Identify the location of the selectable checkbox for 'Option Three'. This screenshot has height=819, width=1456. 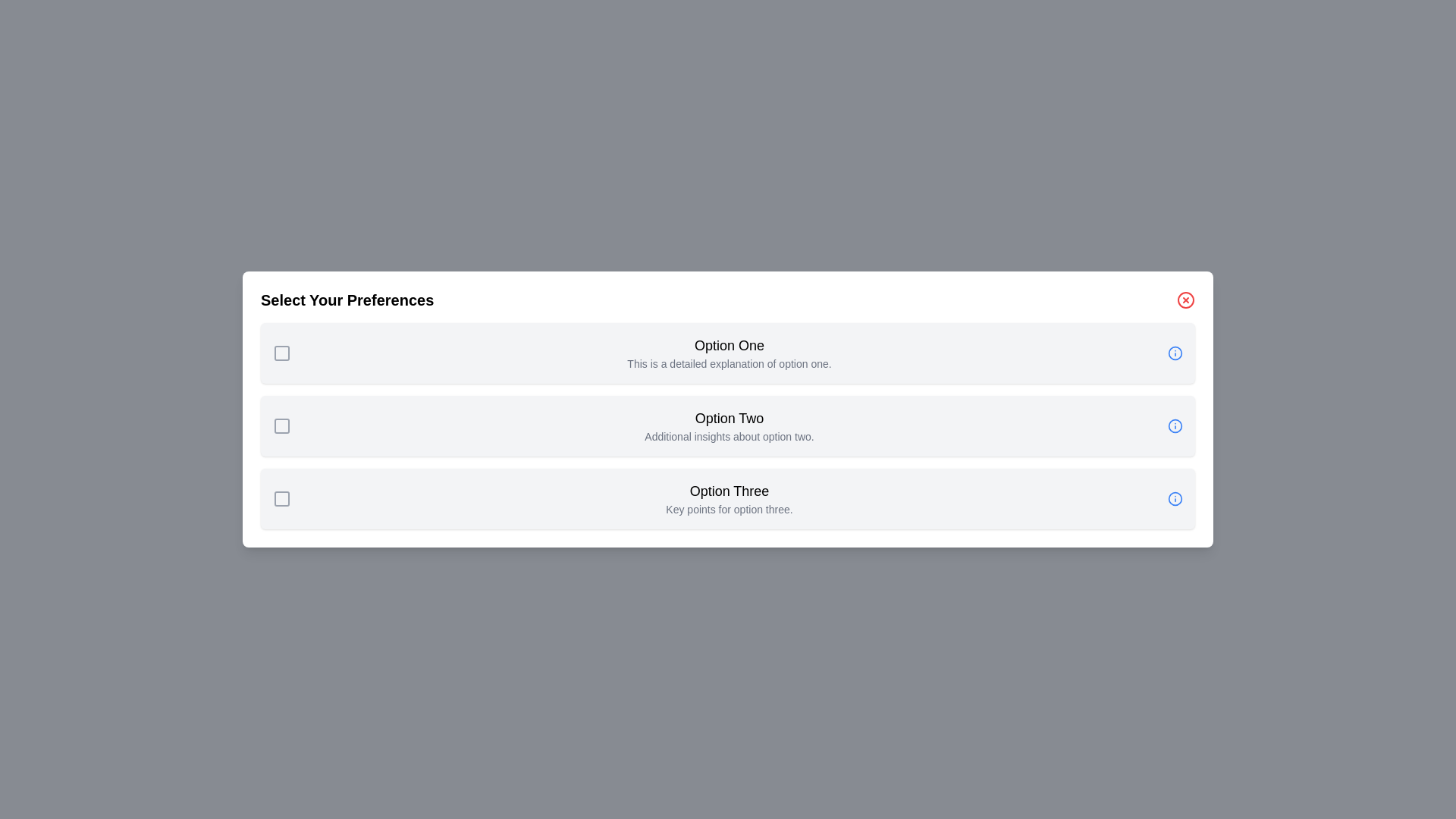
(282, 499).